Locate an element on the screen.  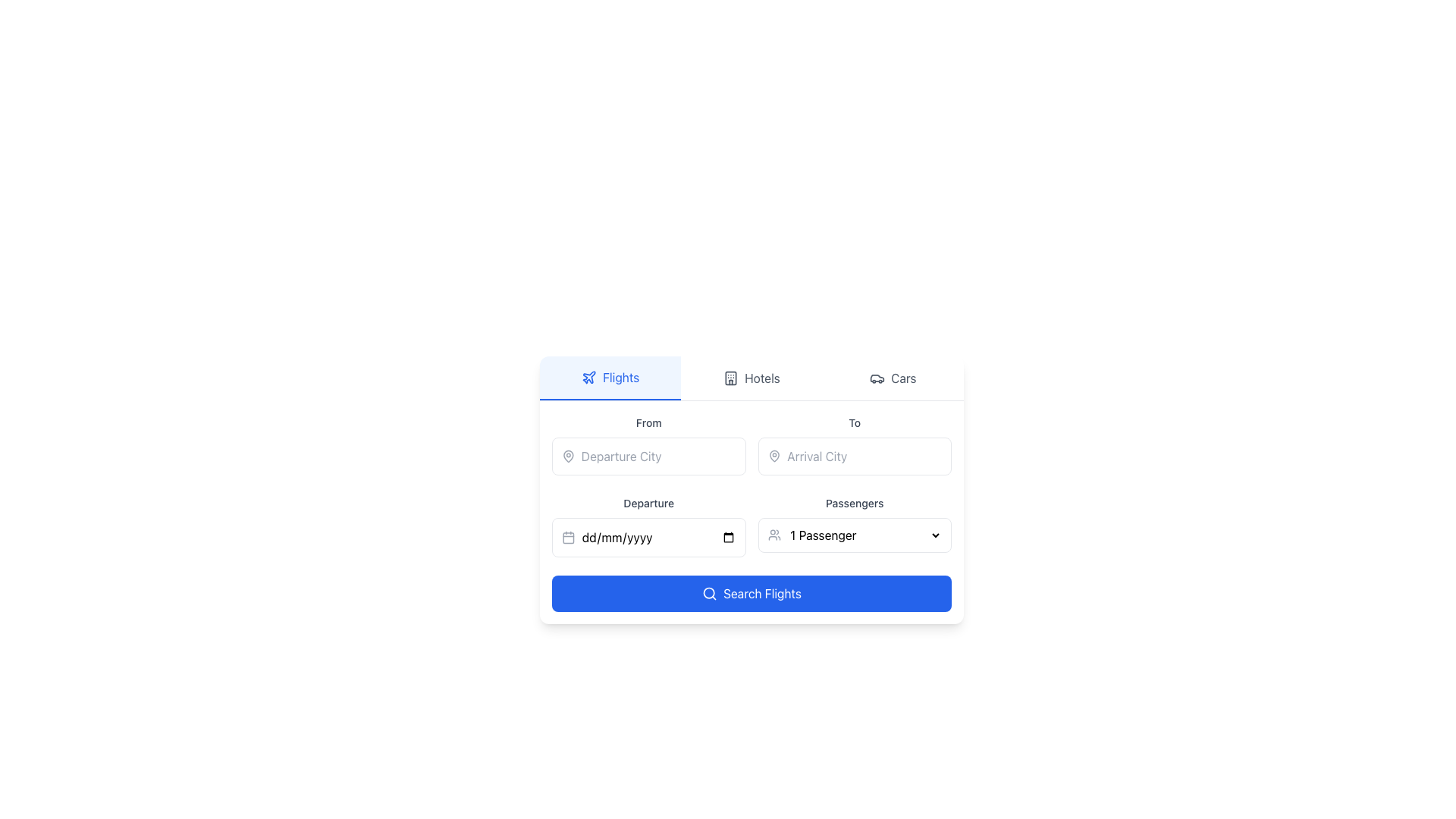
the Date input field for selecting a departure date, which is located beneath the 'From' and 'To' fields and adjacent to the 'Passengers' dropdown is located at coordinates (658, 537).